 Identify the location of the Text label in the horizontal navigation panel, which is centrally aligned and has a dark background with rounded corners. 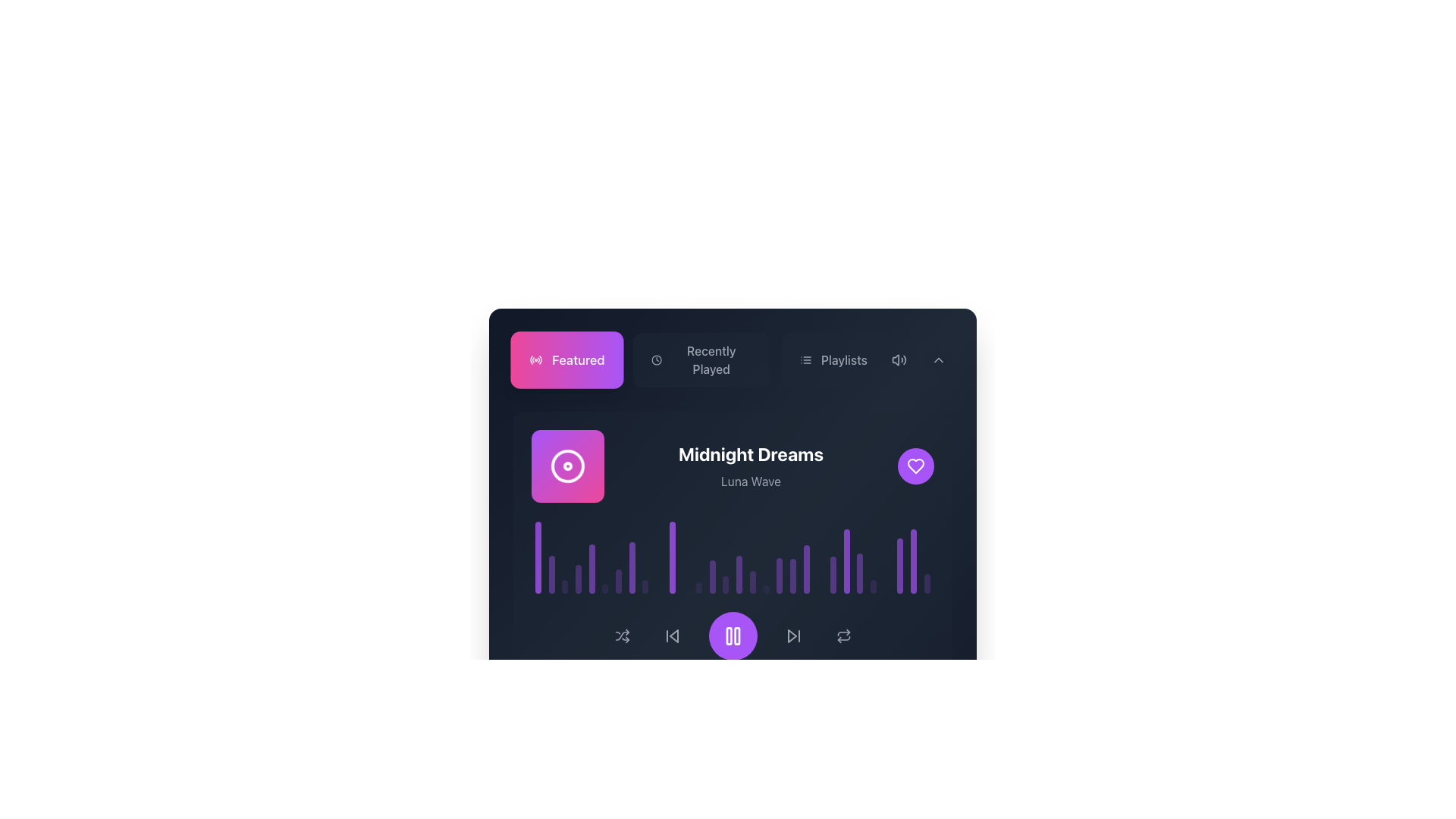
(843, 359).